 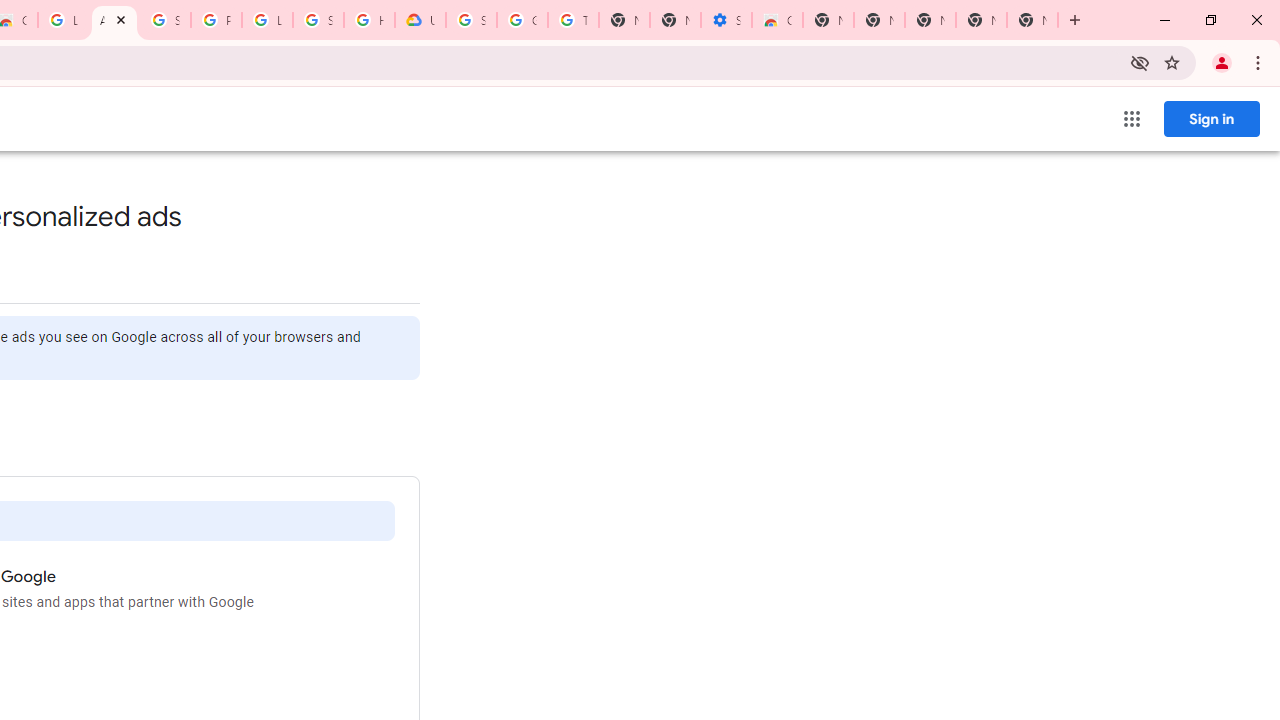 I want to click on 'Google Account Help', so click(x=522, y=20).